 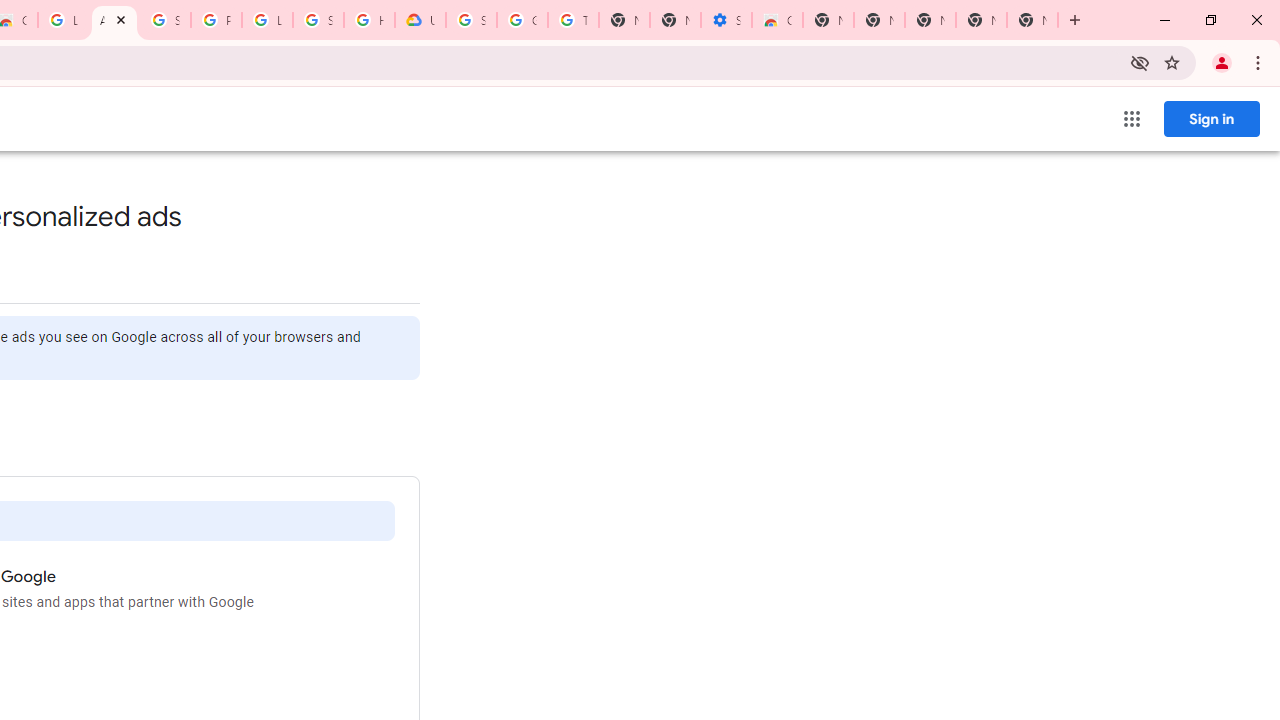 I want to click on 'Google Account Help', so click(x=522, y=20).